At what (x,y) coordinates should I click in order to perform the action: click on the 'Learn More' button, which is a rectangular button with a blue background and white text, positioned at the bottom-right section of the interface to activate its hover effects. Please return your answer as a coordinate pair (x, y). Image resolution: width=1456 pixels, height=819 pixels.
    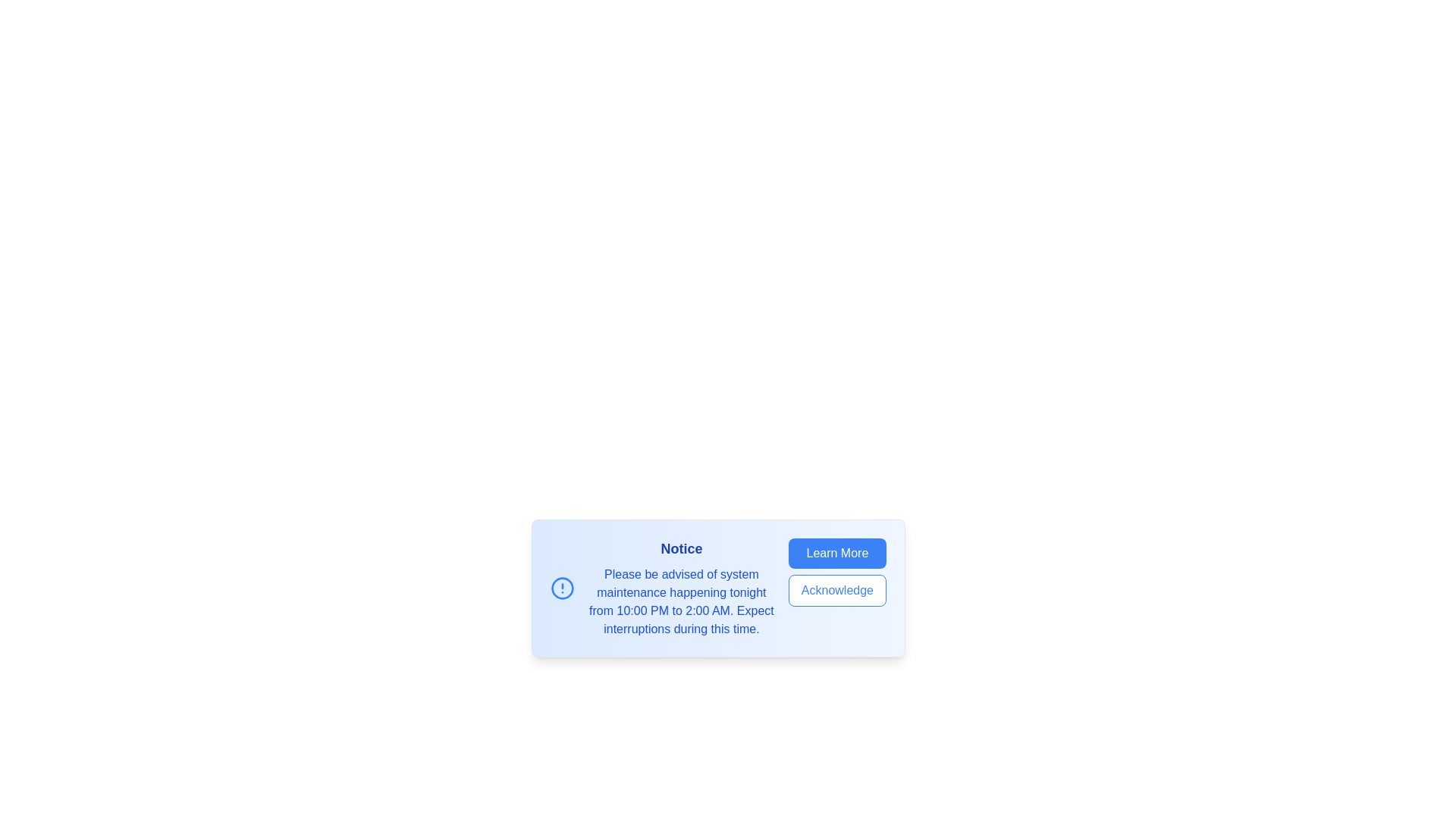
    Looking at the image, I should click on (836, 553).